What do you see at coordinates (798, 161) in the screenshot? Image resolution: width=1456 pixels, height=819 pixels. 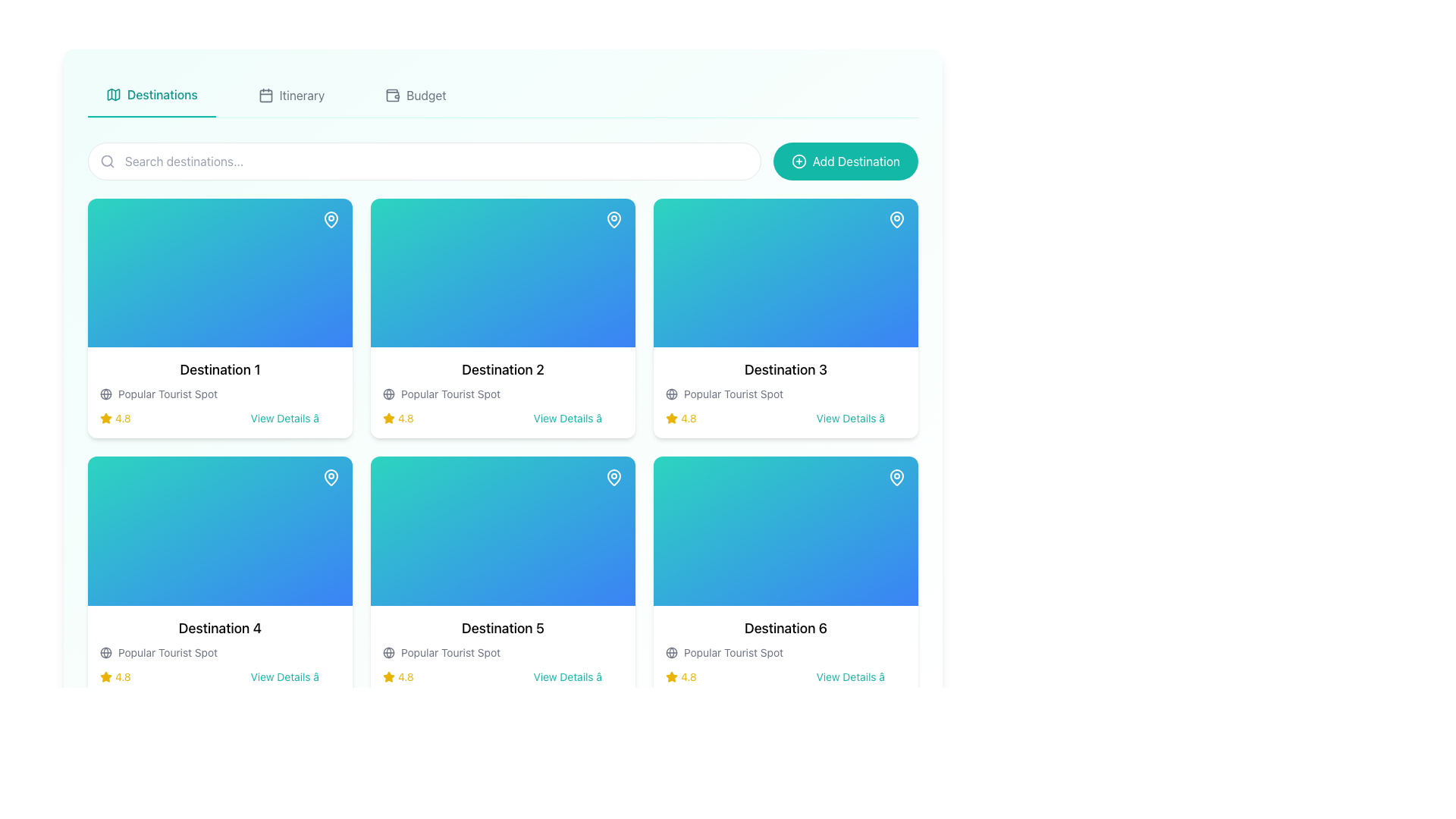 I see `the plus sign icon within the 'Add Destination' button located at the top-right corner of the interface` at bounding box center [798, 161].